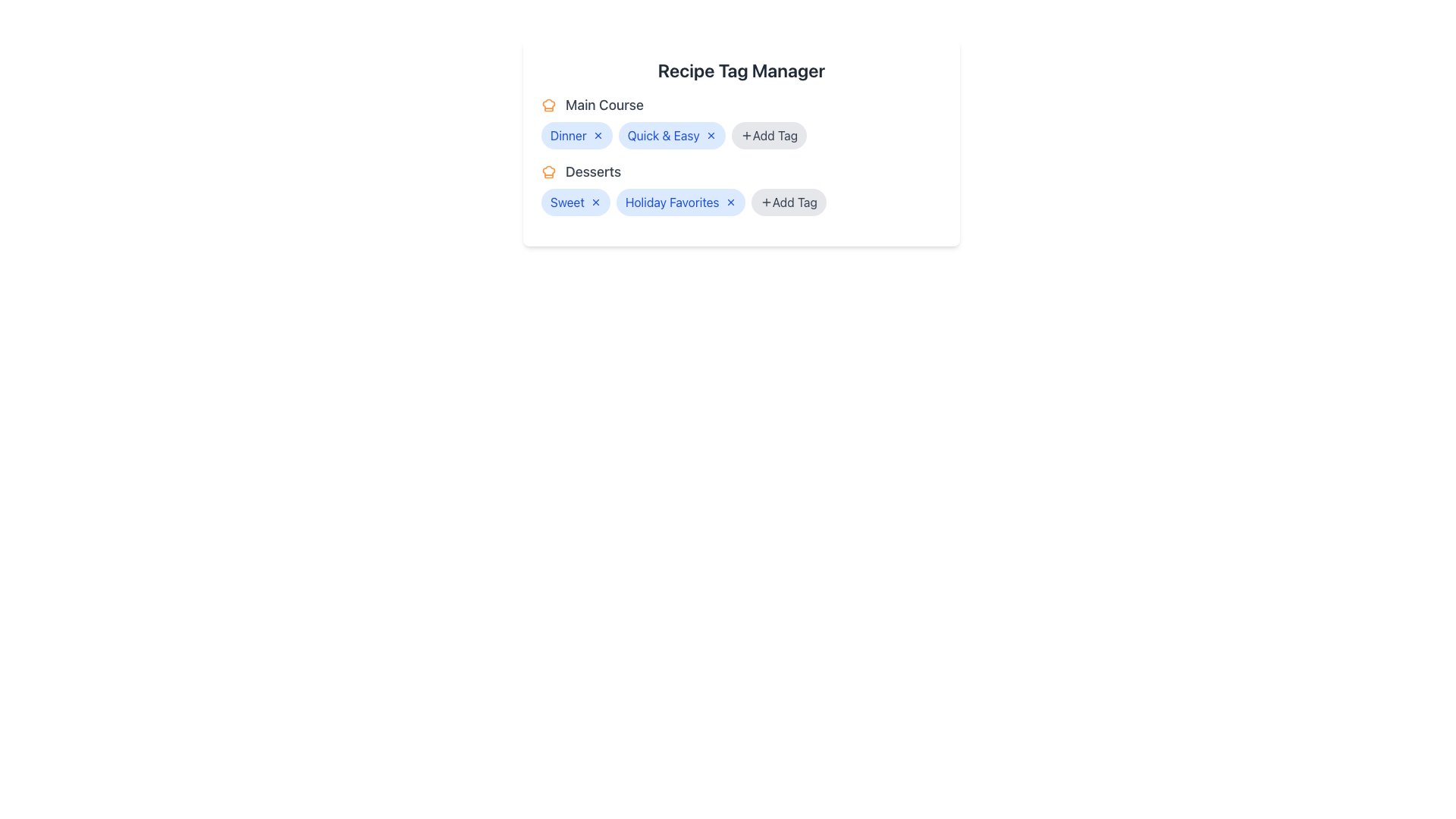 The image size is (1456, 819). I want to click on the Text Label indicating the tag or category associated with the 'Main Course' section, which is the first item next to 'Quick & Easy', so click(567, 134).